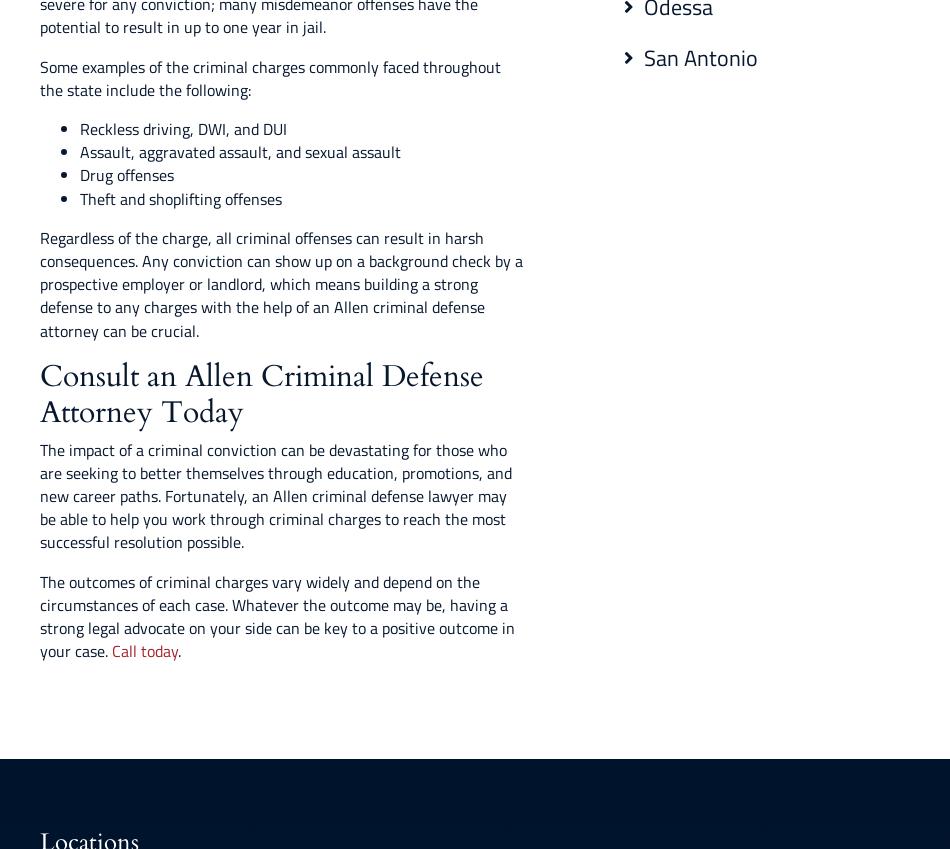  Describe the element at coordinates (144, 651) in the screenshot. I see `'Call today'` at that location.